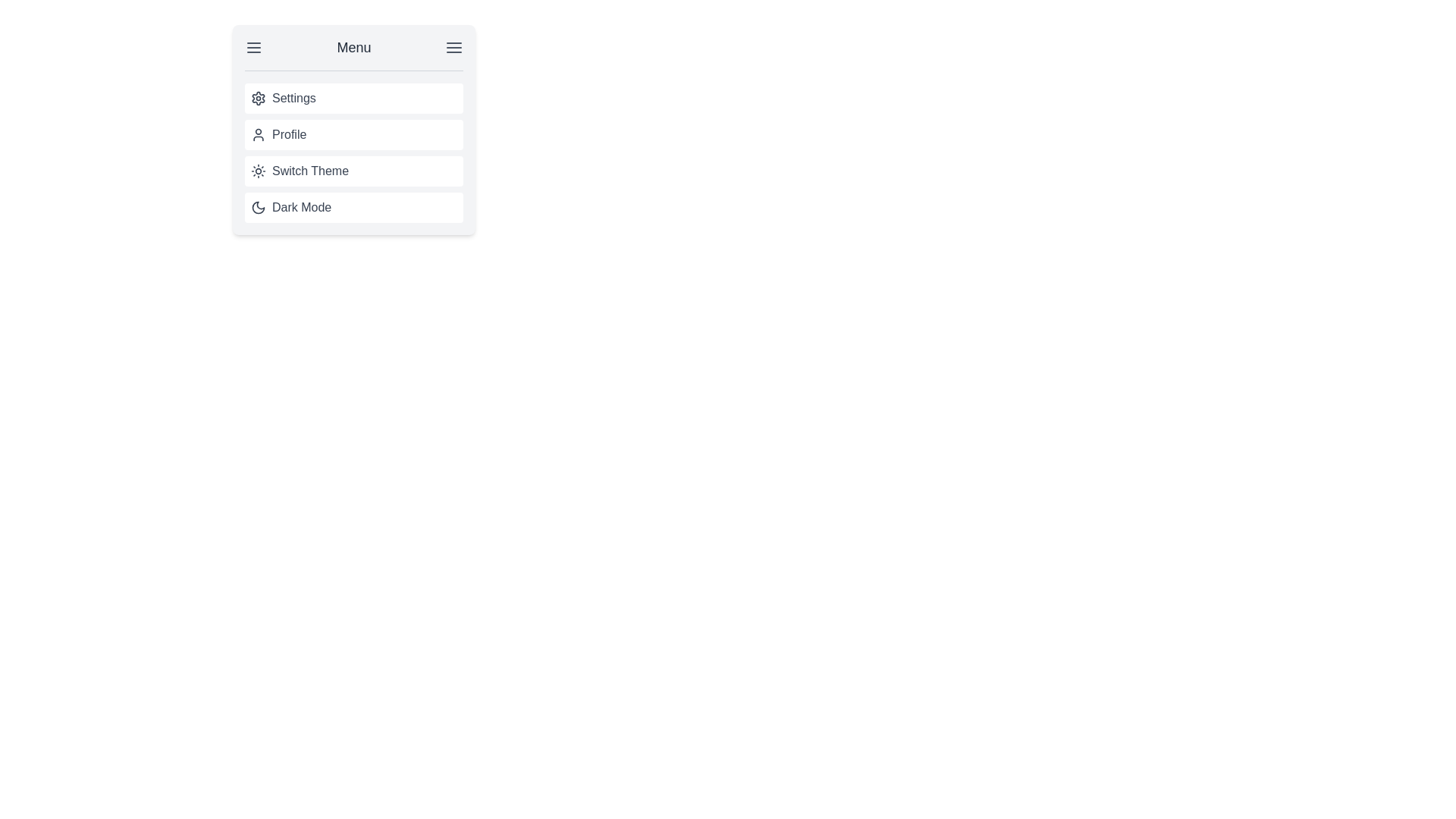 The image size is (1456, 819). What do you see at coordinates (353, 99) in the screenshot?
I see `the first menu item in the vertically stacked menu list that leads to settings-related functionalities` at bounding box center [353, 99].